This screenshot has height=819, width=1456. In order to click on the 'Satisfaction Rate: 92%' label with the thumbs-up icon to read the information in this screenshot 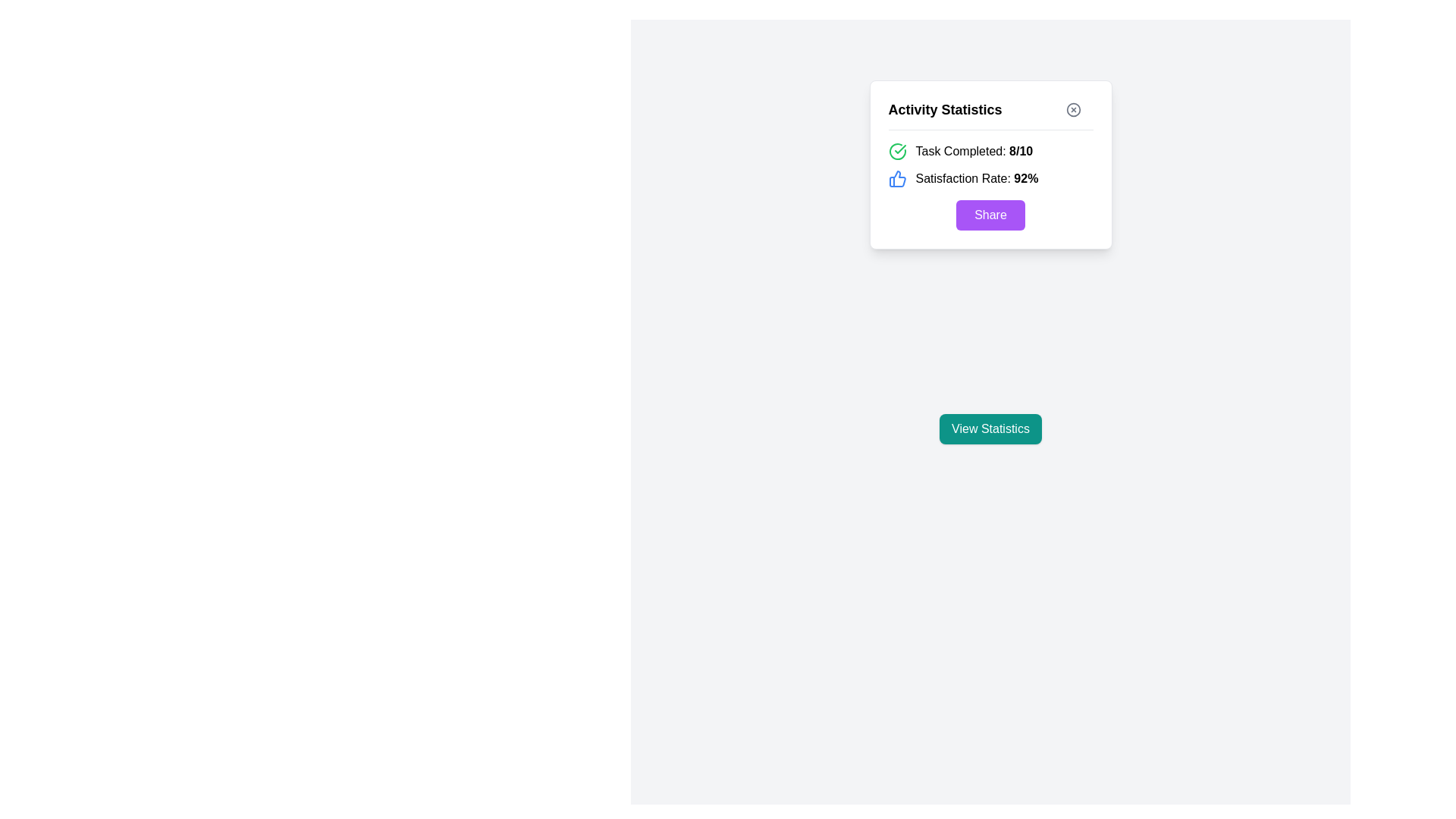, I will do `click(990, 177)`.